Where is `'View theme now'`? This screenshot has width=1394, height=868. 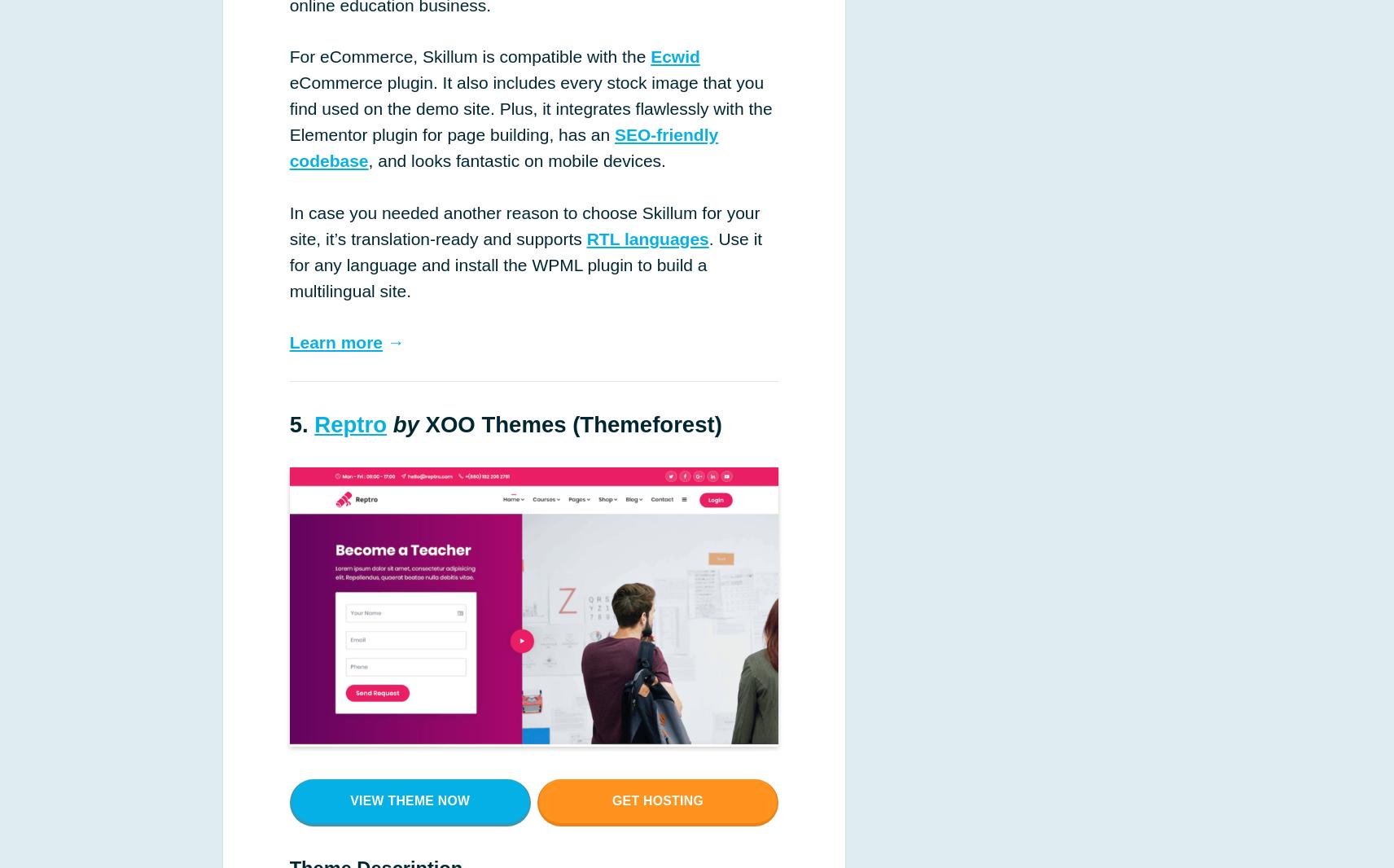 'View theme now' is located at coordinates (409, 800).